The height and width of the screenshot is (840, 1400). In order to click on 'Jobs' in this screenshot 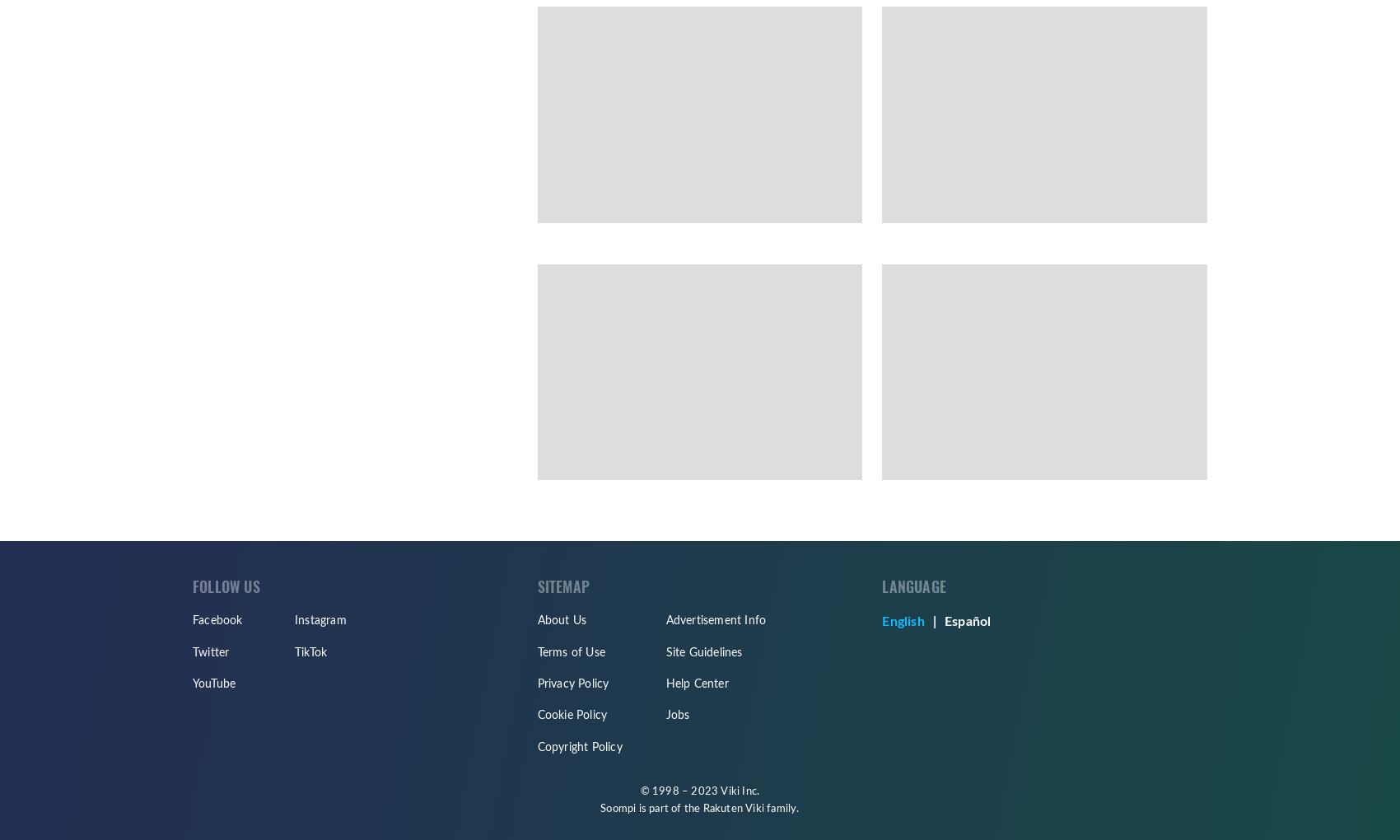, I will do `click(676, 715)`.